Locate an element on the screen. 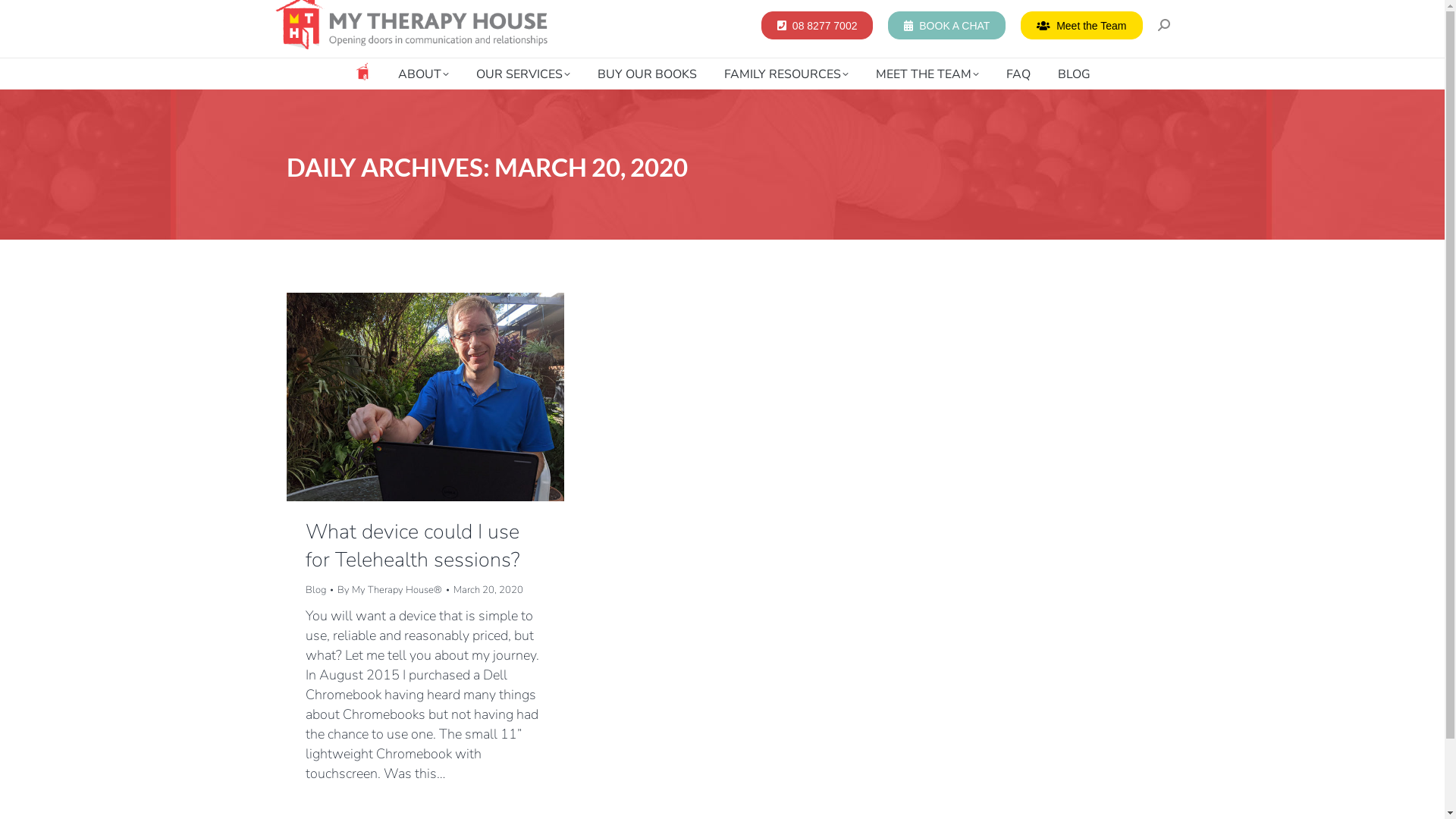 This screenshot has height=819, width=1456. 'ABOUT' is located at coordinates (422, 74).